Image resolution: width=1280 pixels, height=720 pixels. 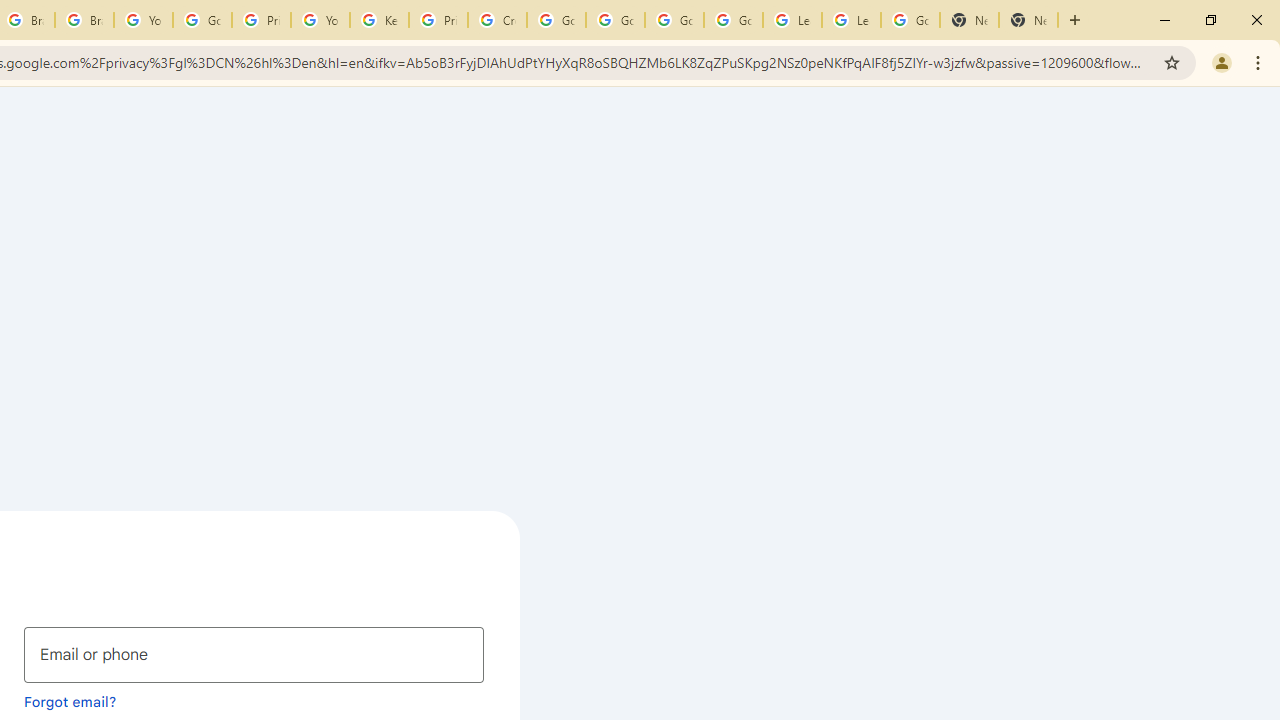 I want to click on 'Google Account Help', so click(x=614, y=20).